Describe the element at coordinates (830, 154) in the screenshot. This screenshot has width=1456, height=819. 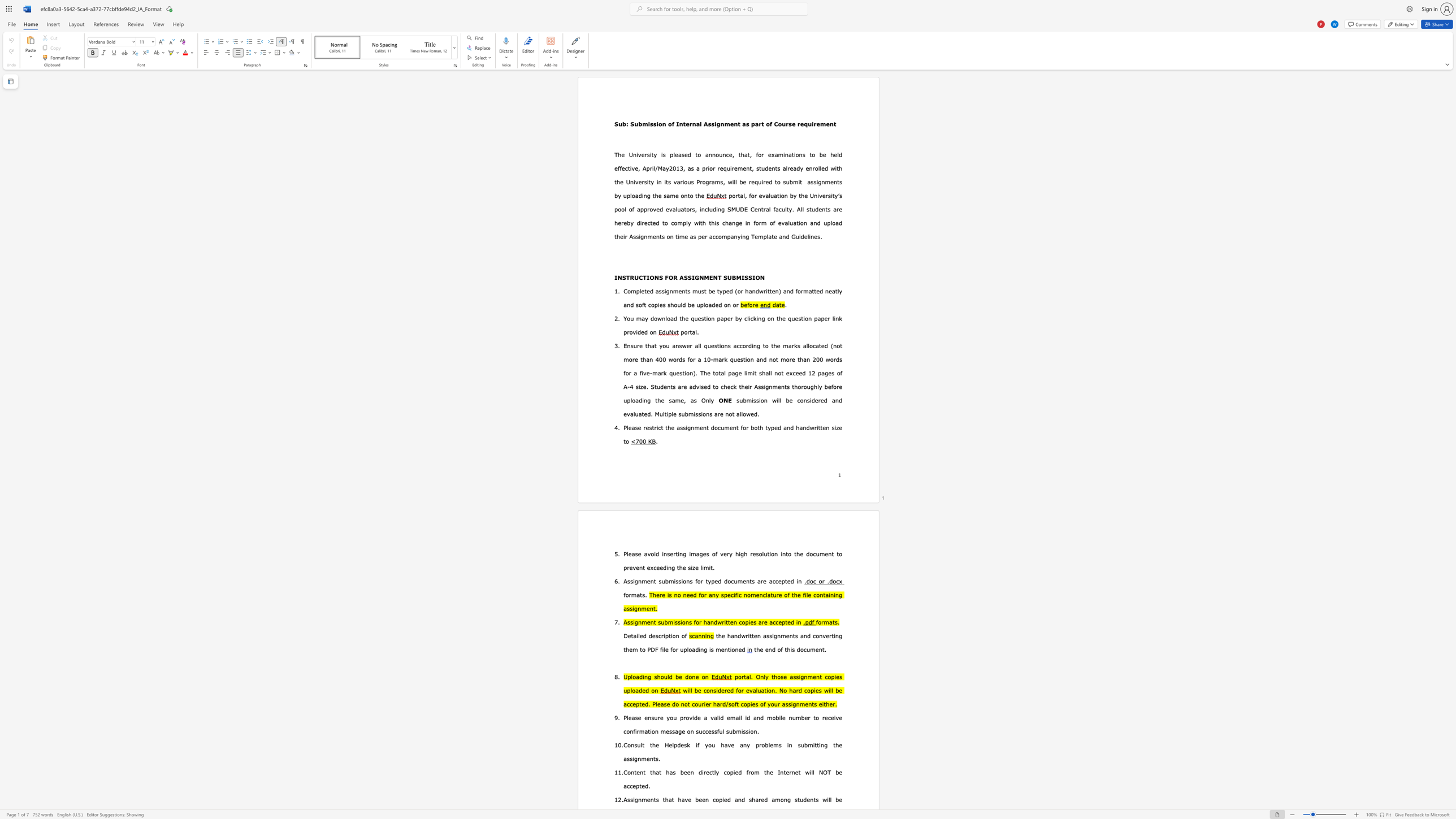
I see `the subset text "held eff" within the text ", for examinations to be held effective,"` at that location.